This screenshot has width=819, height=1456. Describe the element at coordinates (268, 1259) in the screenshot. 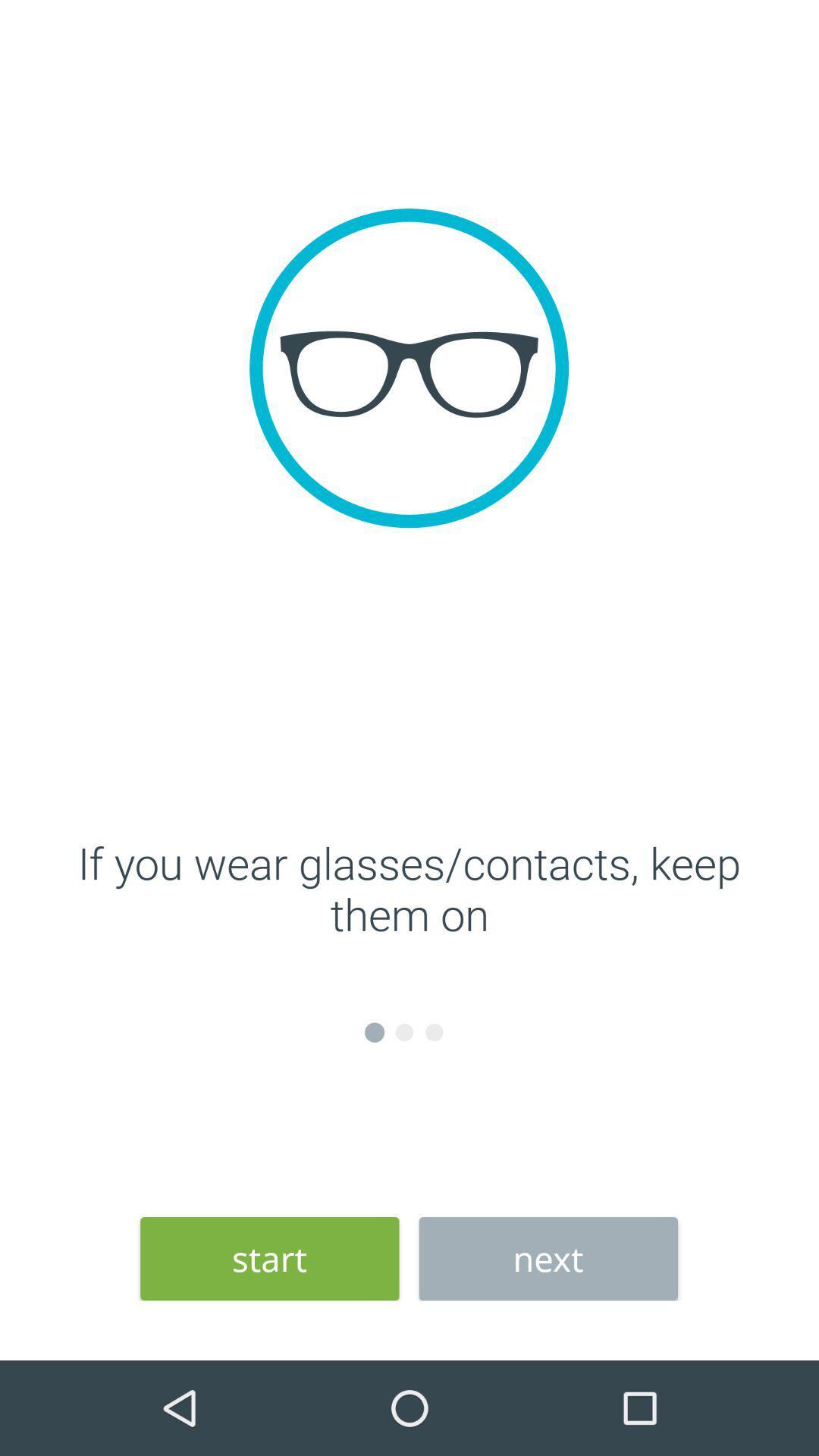

I see `the item next to next item` at that location.